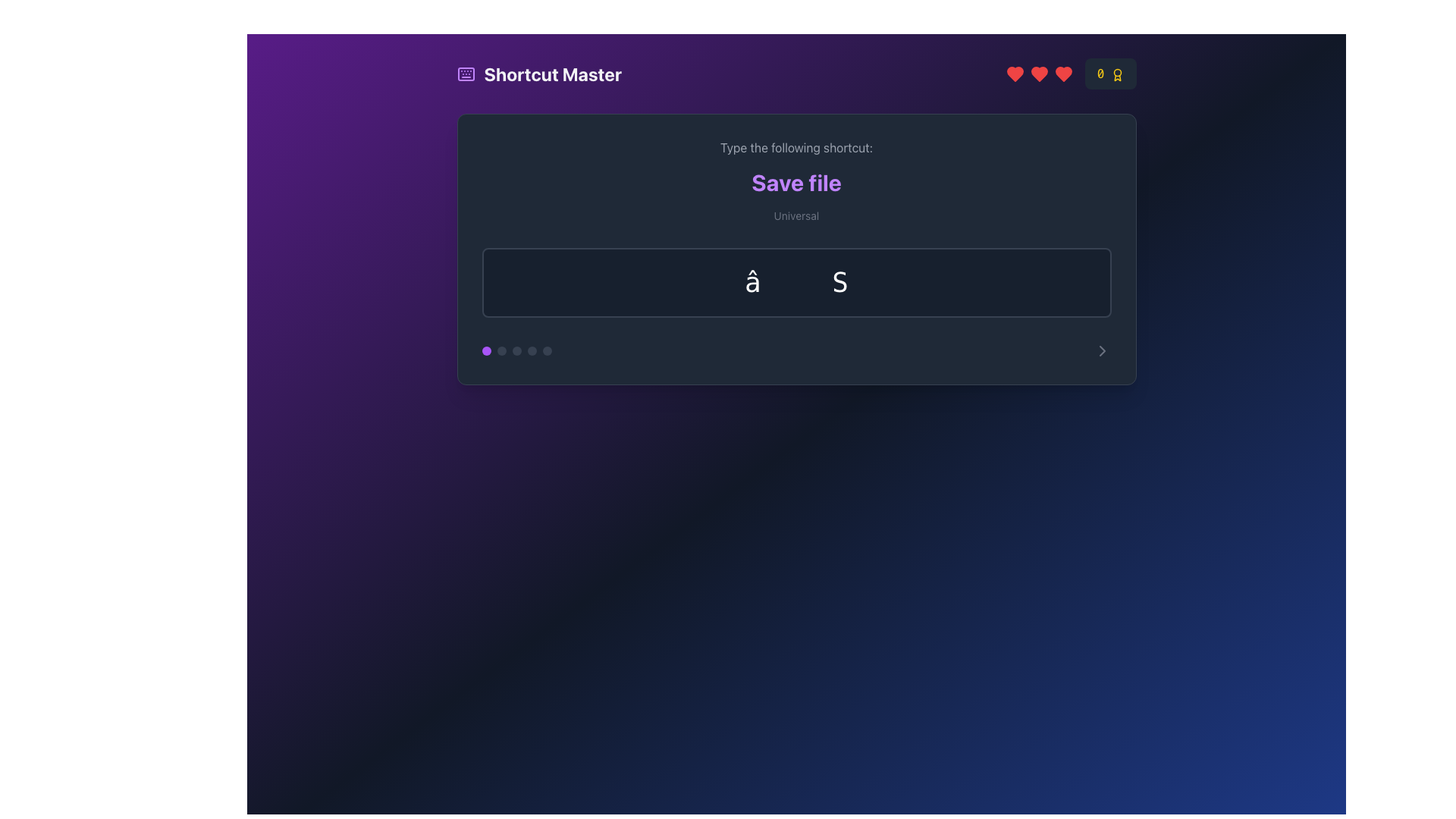 The width and height of the screenshot is (1456, 819). Describe the element at coordinates (795, 180) in the screenshot. I see `and read the textual instructions in the Text Display Area labeled 'Universal' about the shortcut 'Save file'` at that location.